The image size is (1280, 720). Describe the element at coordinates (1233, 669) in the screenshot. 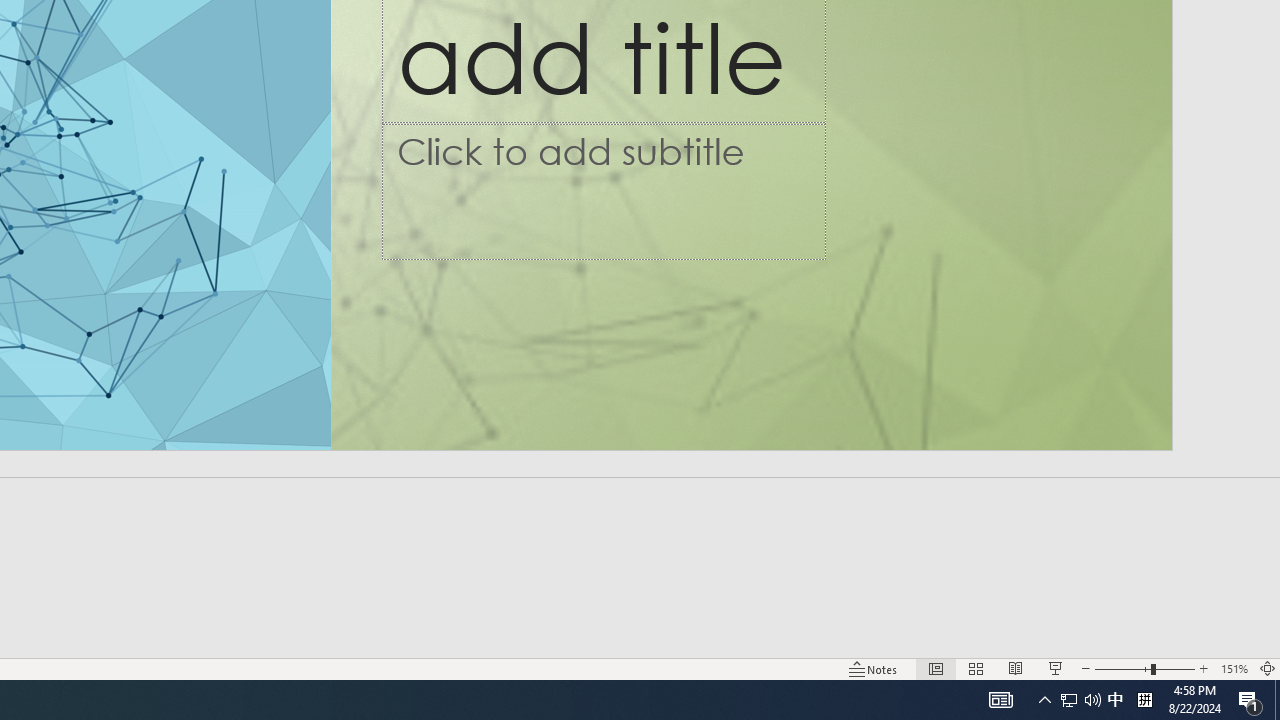

I see `'Zoom 151%'` at that location.